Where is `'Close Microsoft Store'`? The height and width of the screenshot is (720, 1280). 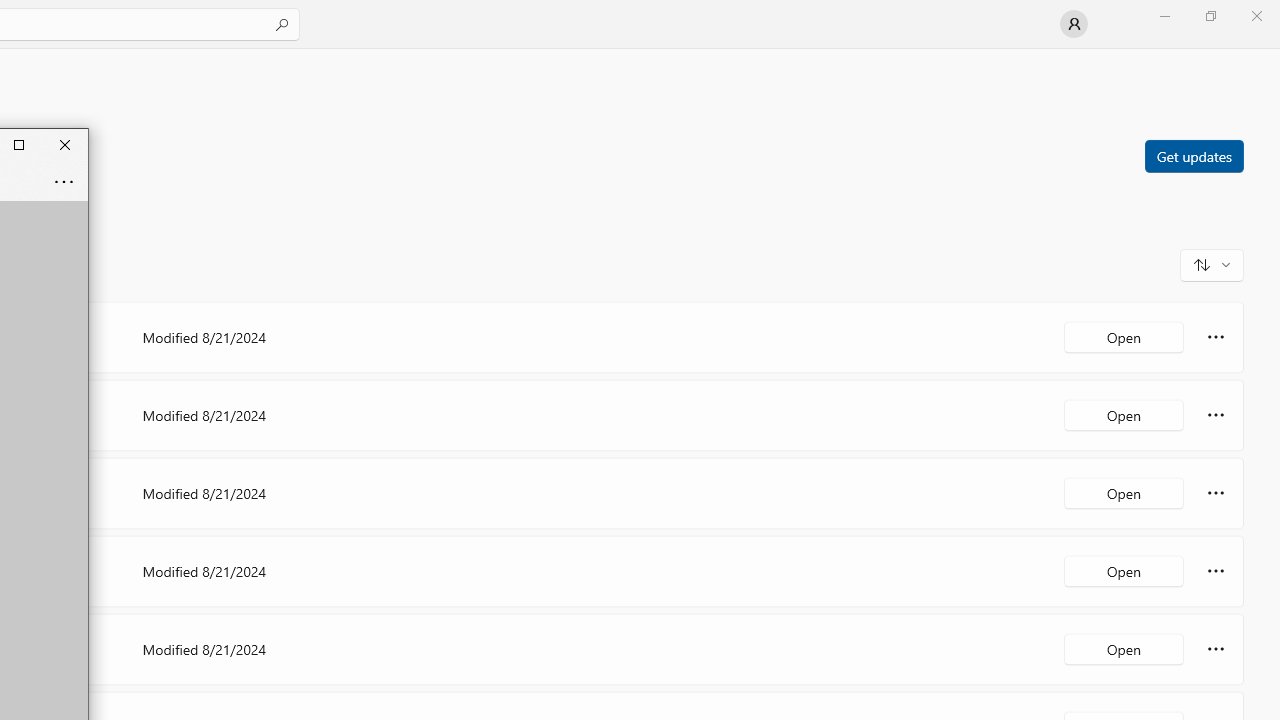 'Close Microsoft Store' is located at coordinates (1255, 15).